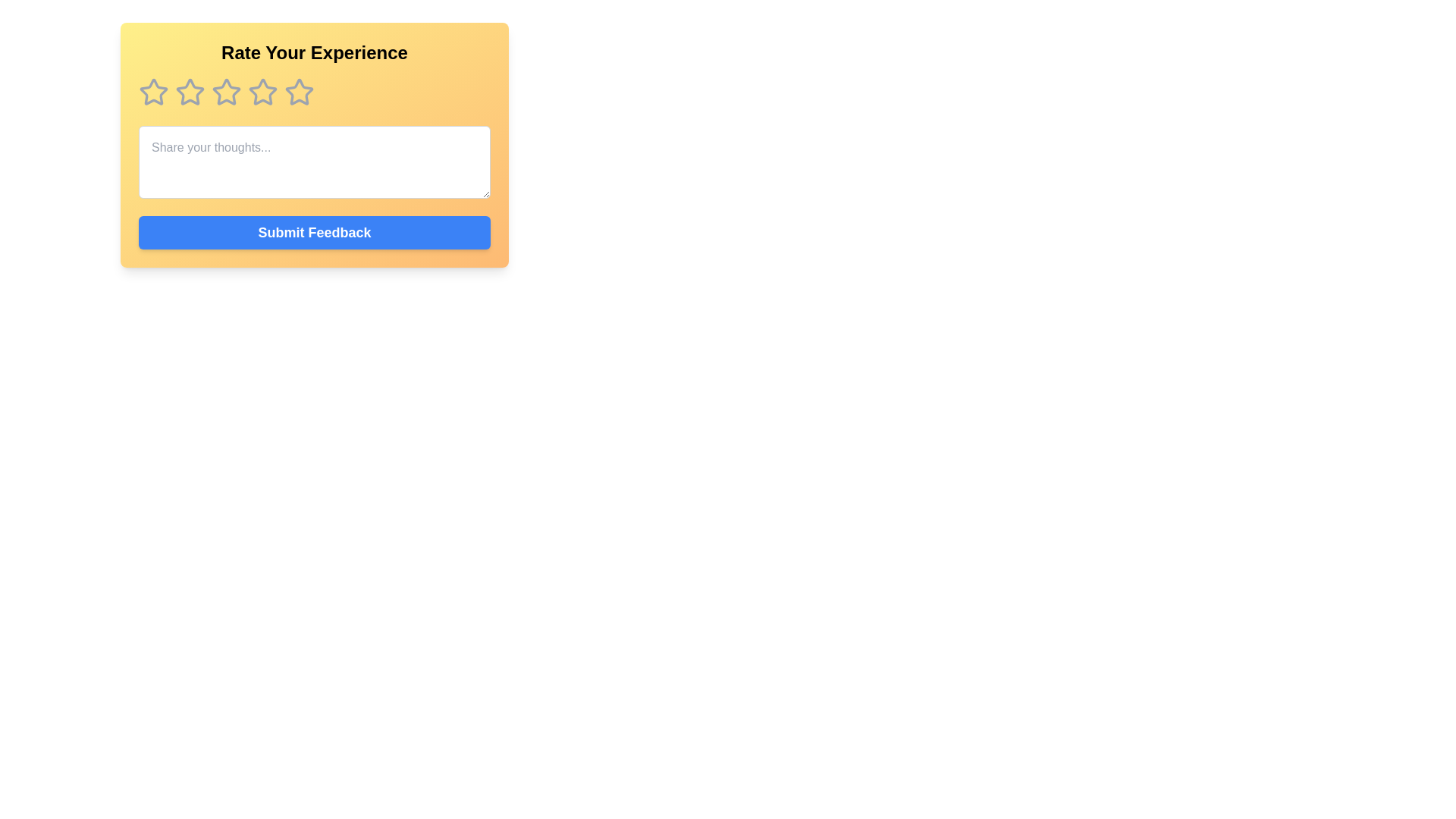 This screenshot has height=819, width=1456. I want to click on the fifth star-shaped rating icon with a hollow middle and gray border, located within the feedback section that has an orange background, so click(299, 93).